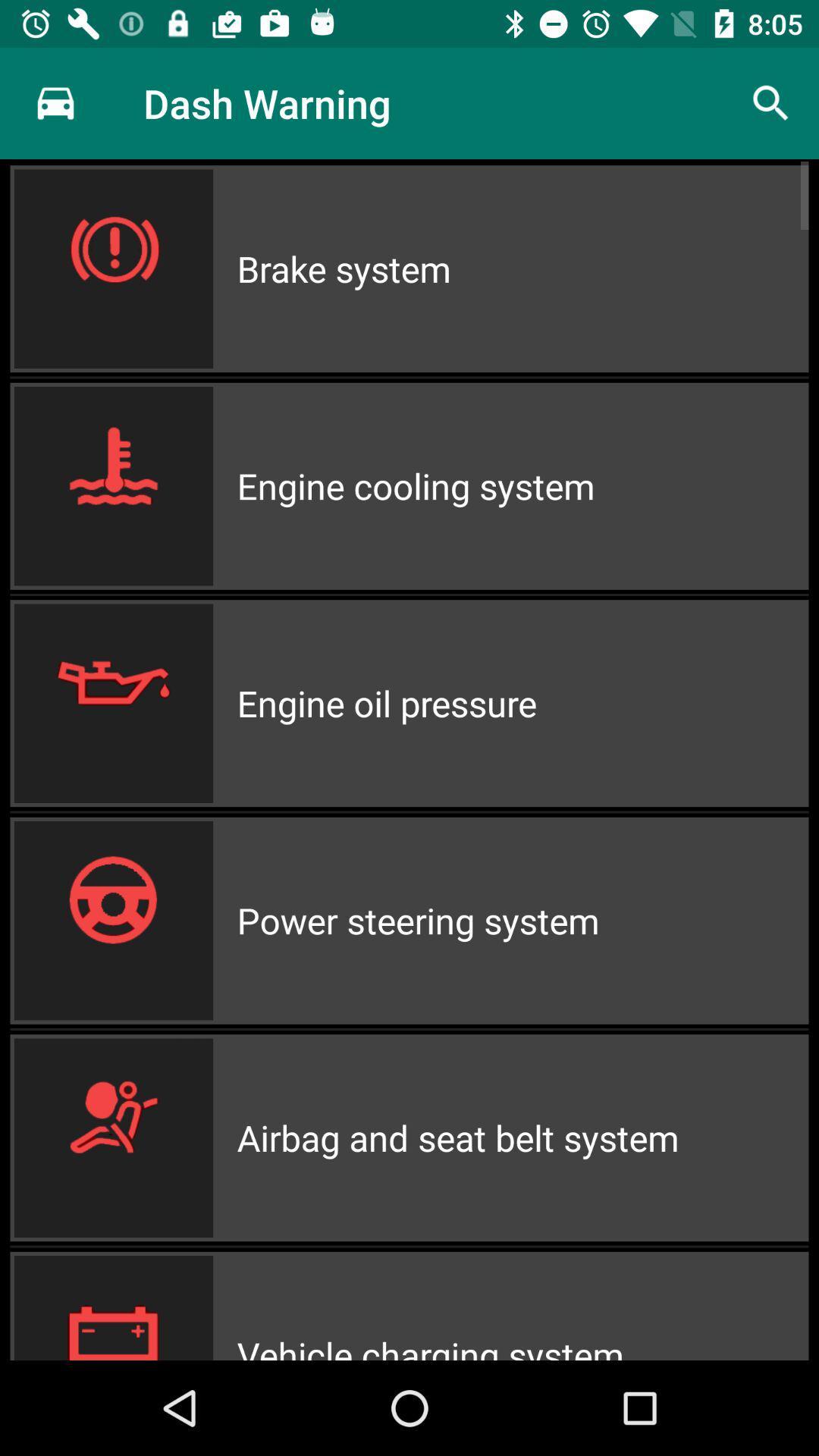 The height and width of the screenshot is (1456, 819). I want to click on the icon below the engine cooling system, so click(522, 702).